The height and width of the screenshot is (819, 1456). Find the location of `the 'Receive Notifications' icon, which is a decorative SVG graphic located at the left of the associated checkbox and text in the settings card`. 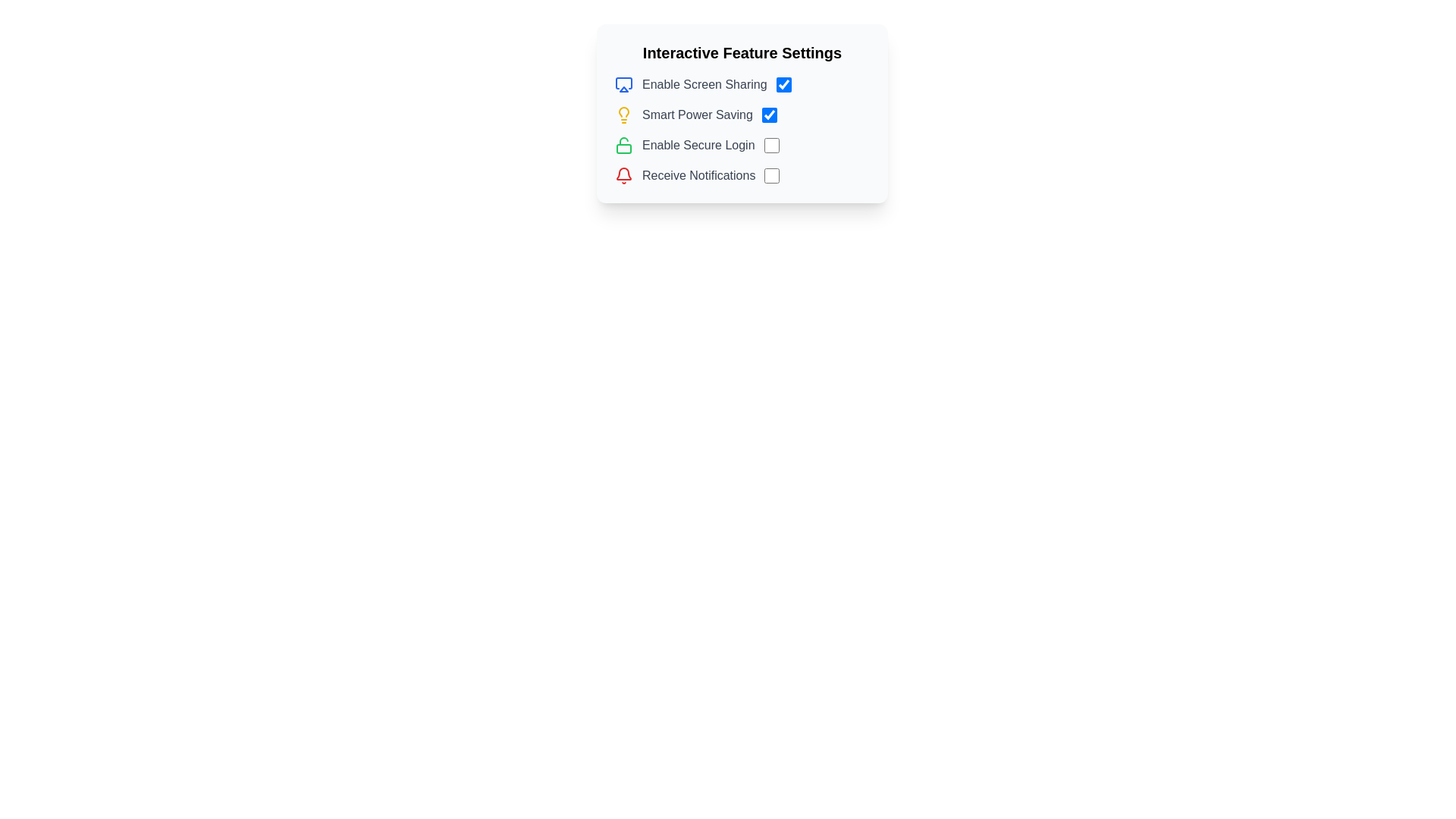

the 'Receive Notifications' icon, which is a decorative SVG graphic located at the left of the associated checkbox and text in the settings card is located at coordinates (623, 174).